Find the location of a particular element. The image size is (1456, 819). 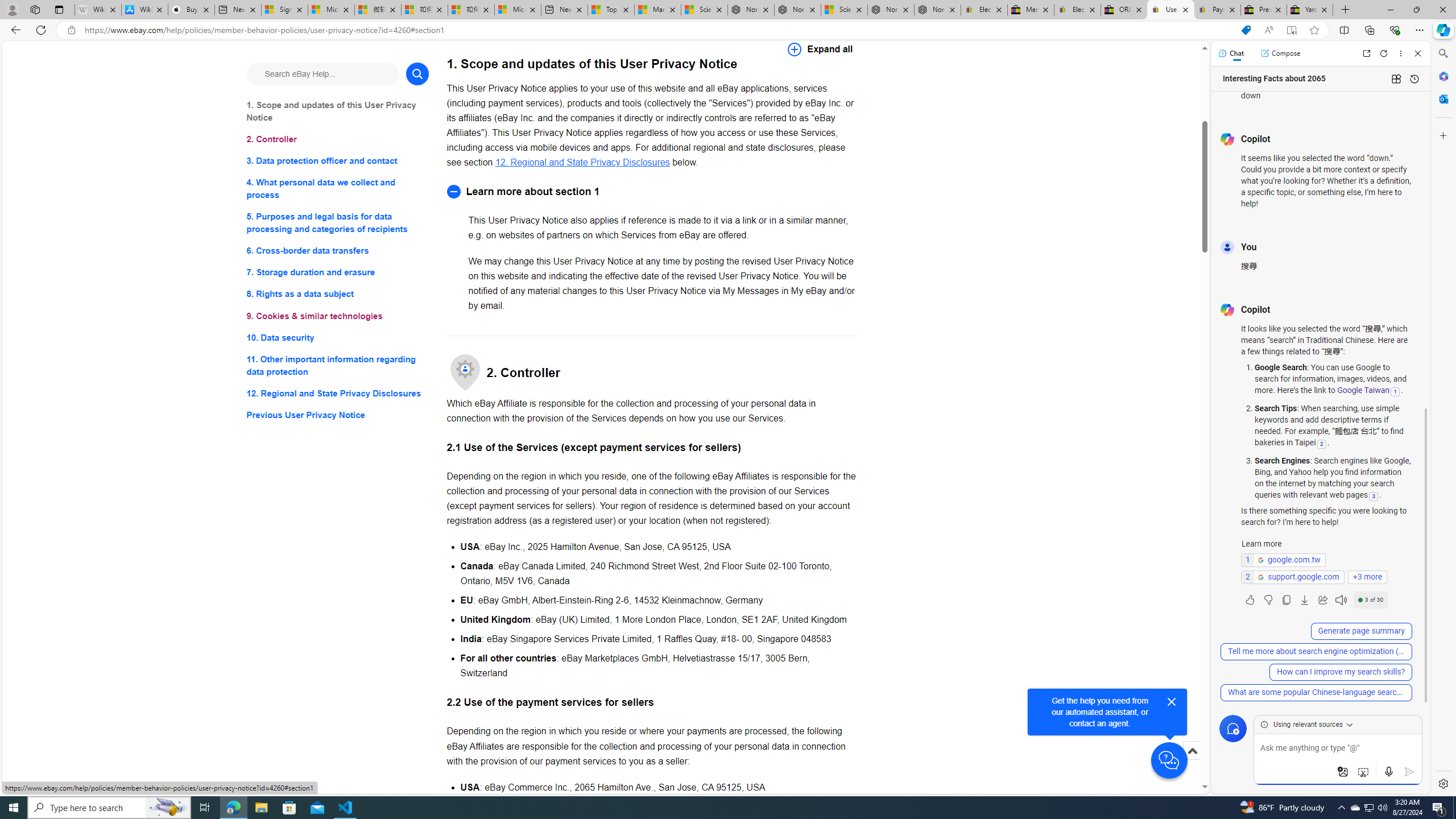

'Microsoft account | Account Checkup' is located at coordinates (517, 9).